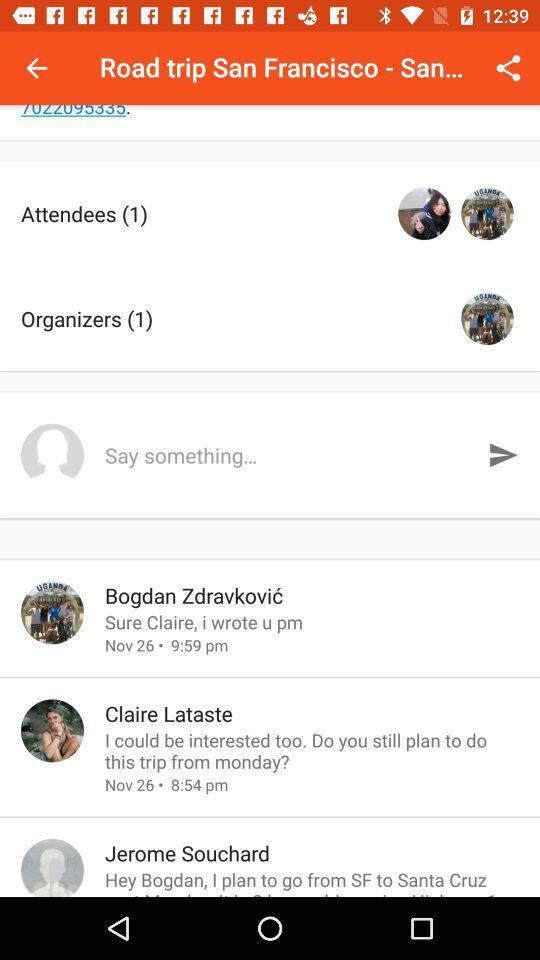  I want to click on i could be icon, so click(312, 749).